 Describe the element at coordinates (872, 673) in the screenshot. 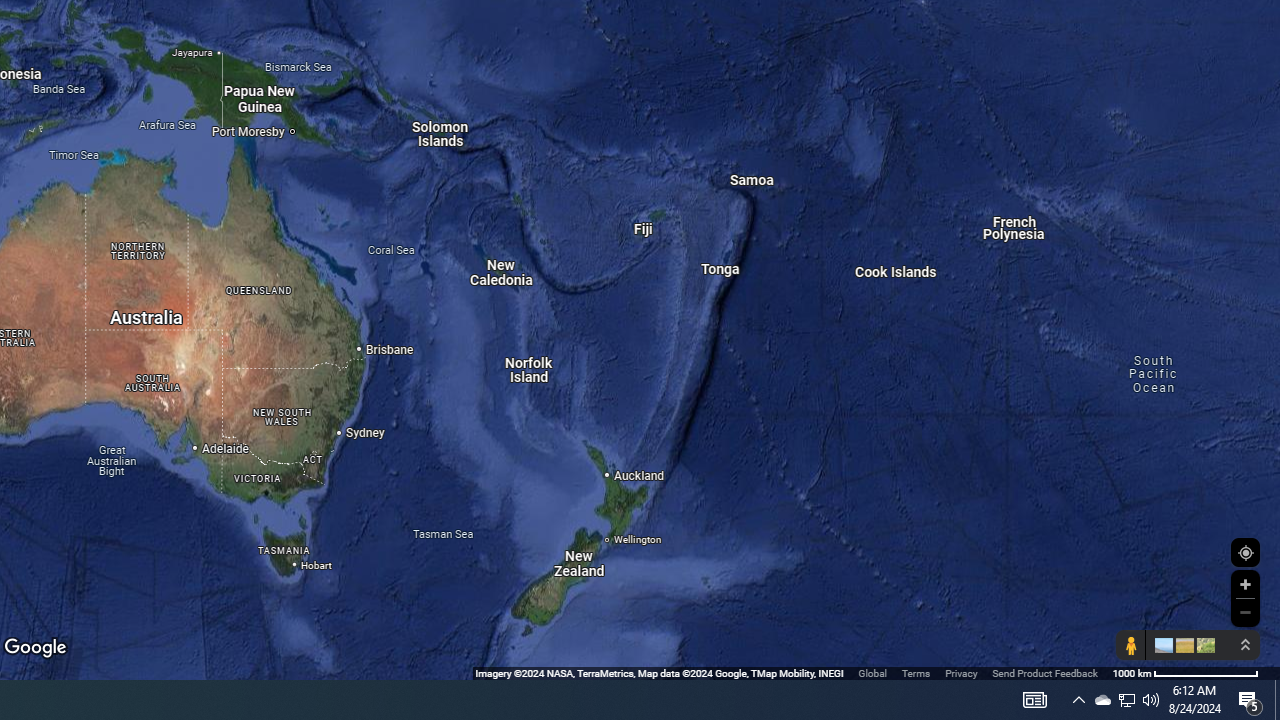

I see `'Global'` at that location.